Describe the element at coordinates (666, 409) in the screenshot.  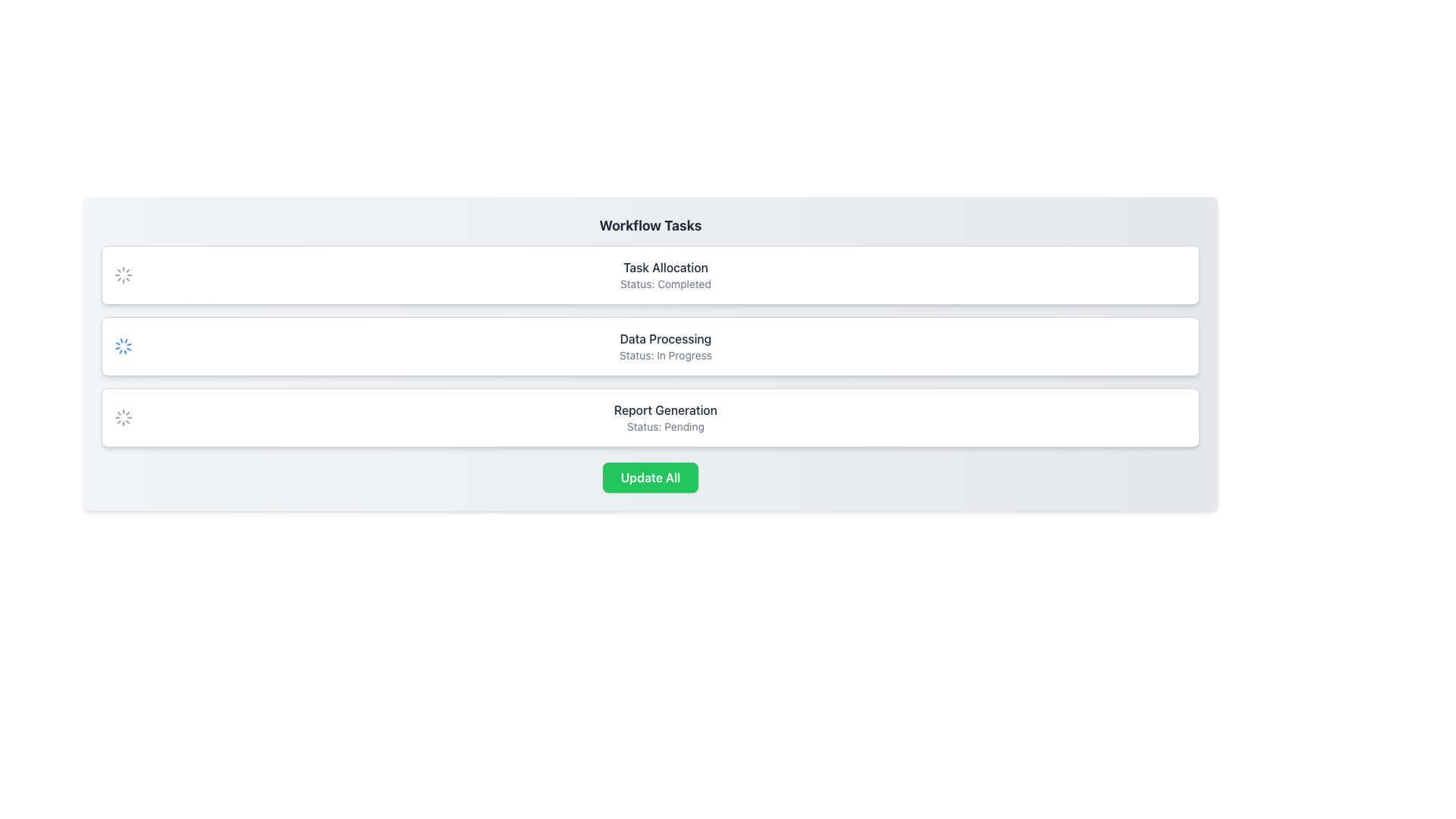
I see `the 'Report Generation' text label, which is displayed in a bold, grayish-black font and is positioned centrally above the 'Status: Pending' text in the Report Generation section` at that location.